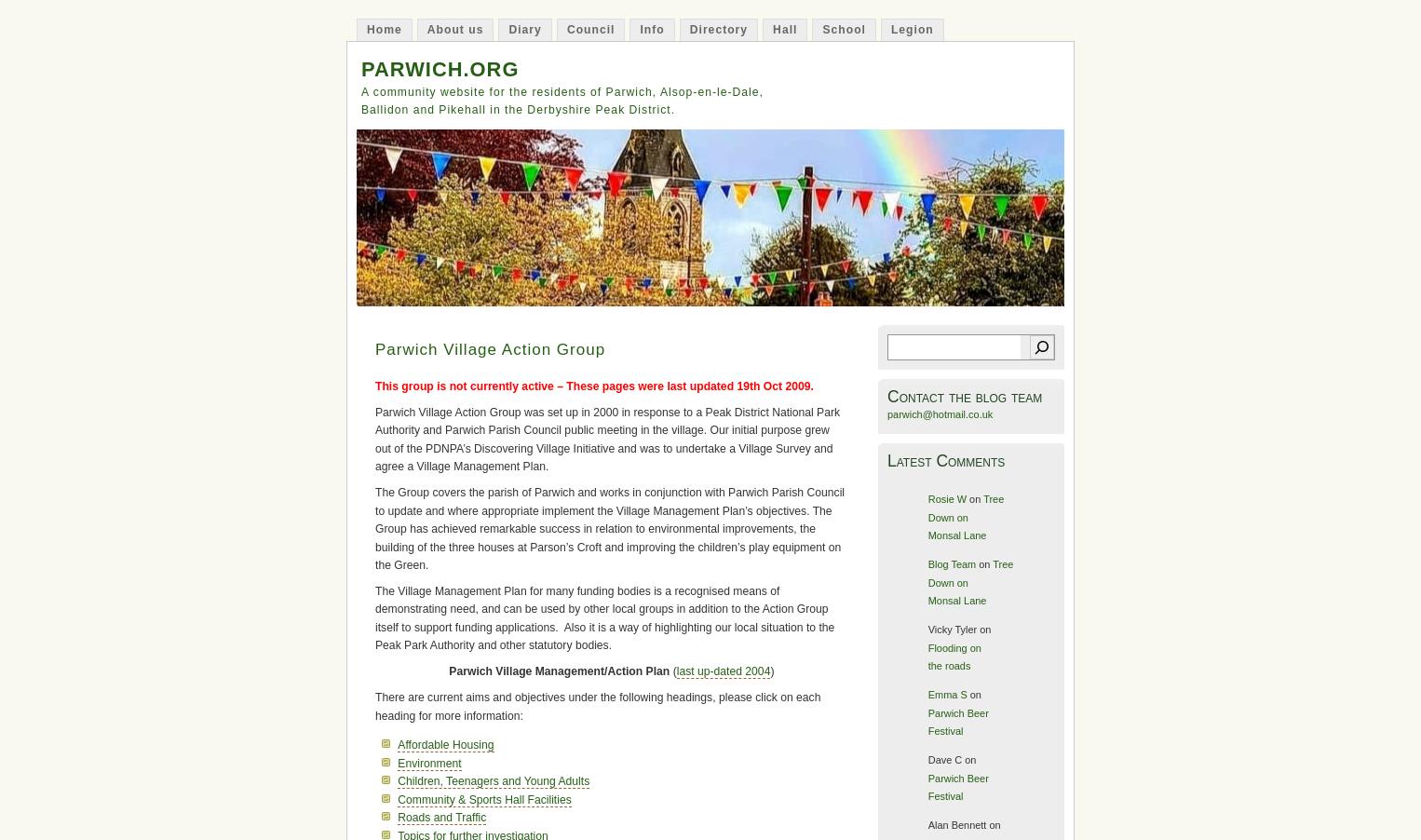 Image resolution: width=1421 pixels, height=840 pixels. I want to click on 'Latest Comments', so click(945, 459).